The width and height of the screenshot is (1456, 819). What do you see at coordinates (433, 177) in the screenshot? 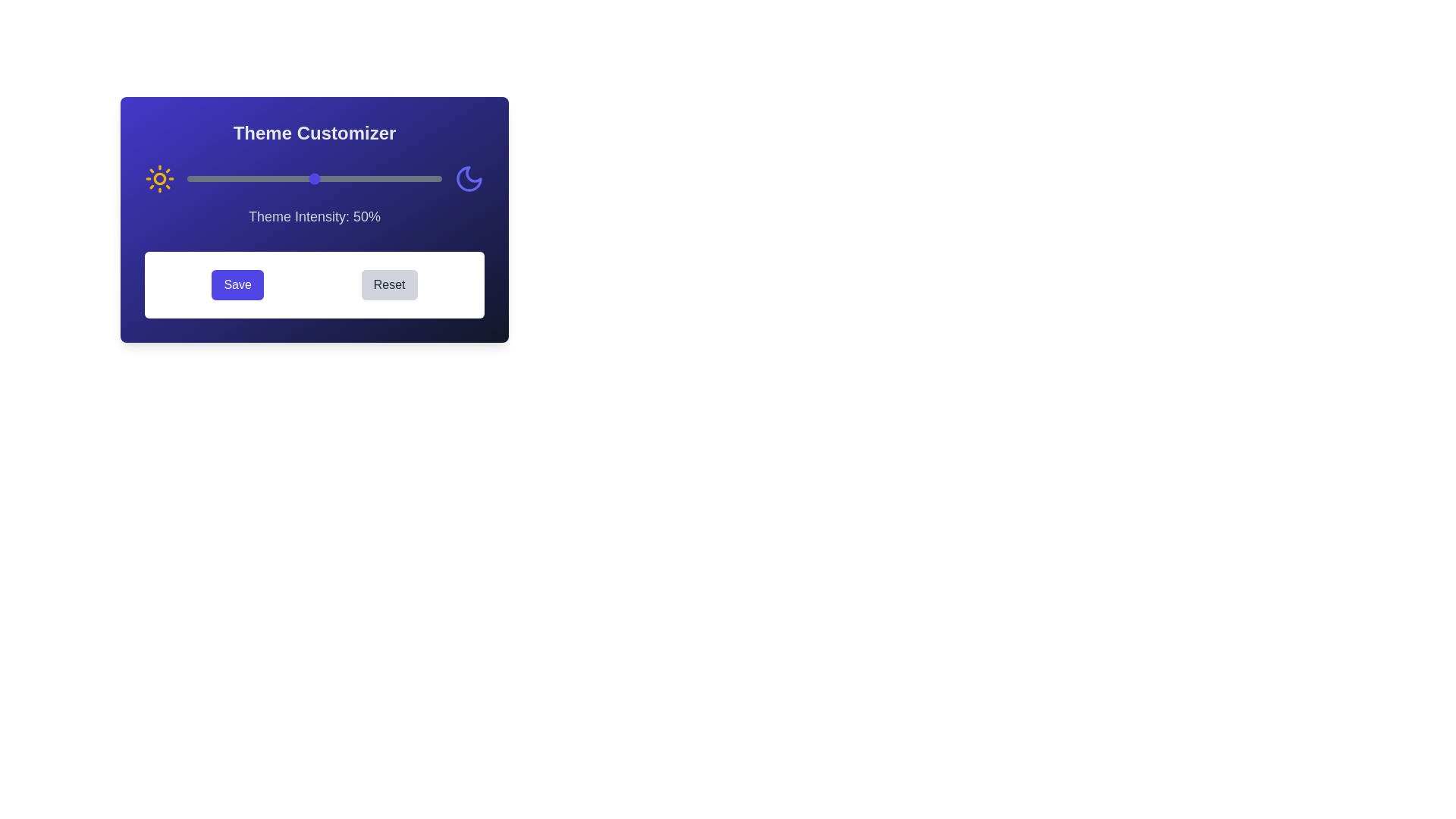
I see `the theme intensity slider to 97%` at bounding box center [433, 177].